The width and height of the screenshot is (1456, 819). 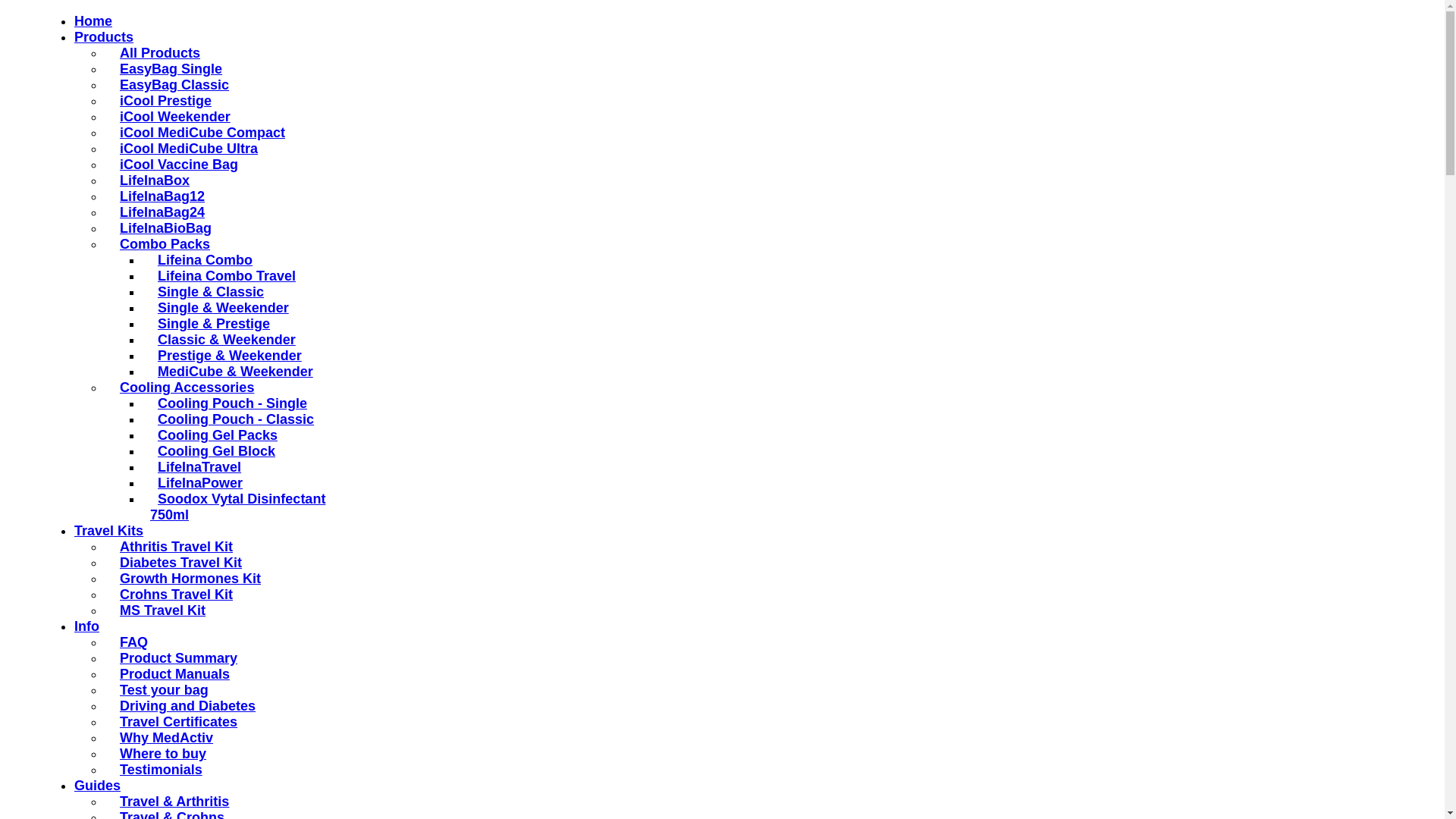 What do you see at coordinates (149, 419) in the screenshot?
I see `'Cooling Pouch - Classic'` at bounding box center [149, 419].